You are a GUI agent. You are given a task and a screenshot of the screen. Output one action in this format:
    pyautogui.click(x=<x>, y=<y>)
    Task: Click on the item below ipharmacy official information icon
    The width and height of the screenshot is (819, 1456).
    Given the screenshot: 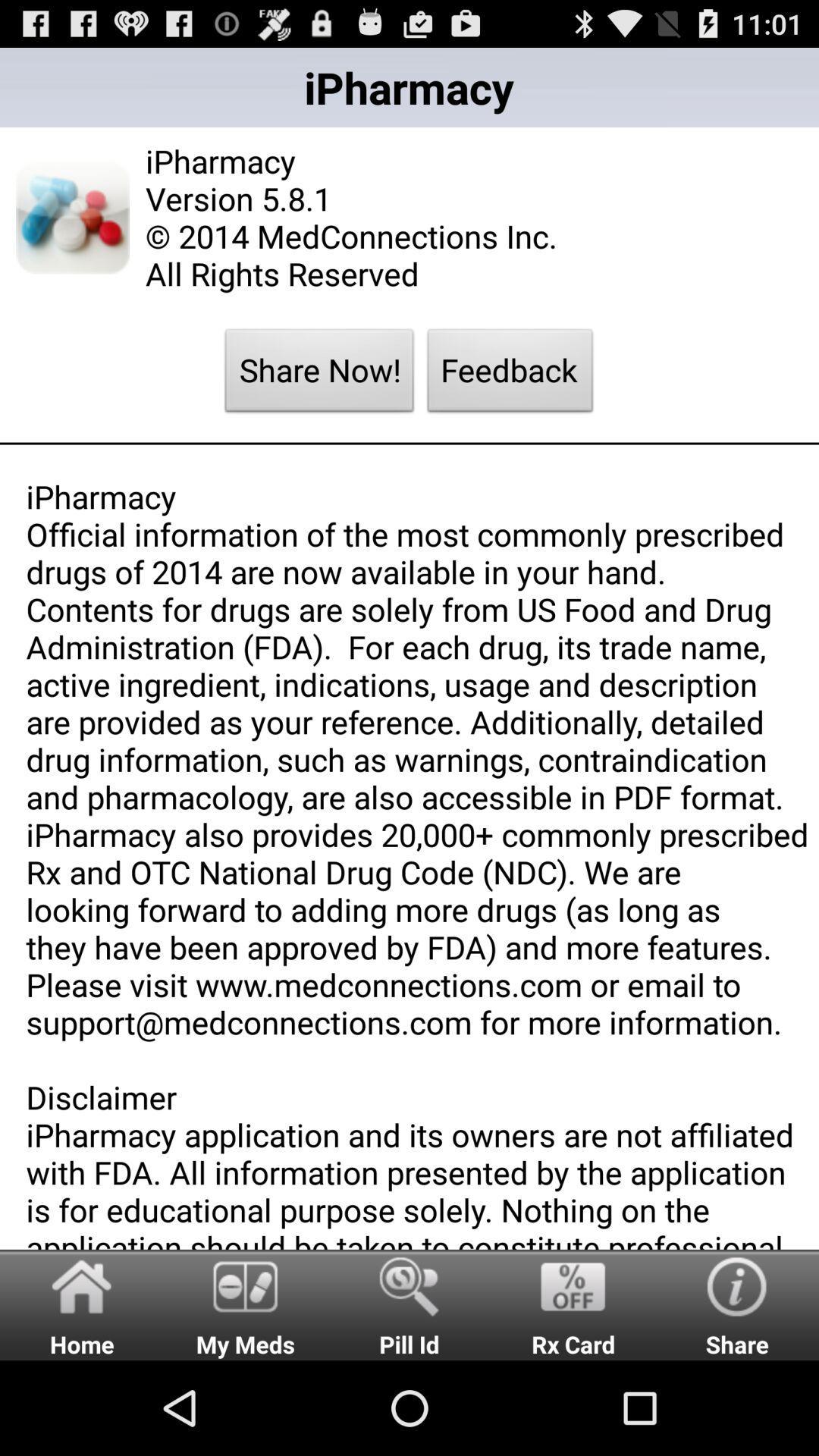 What is the action you would take?
    pyautogui.click(x=245, y=1304)
    